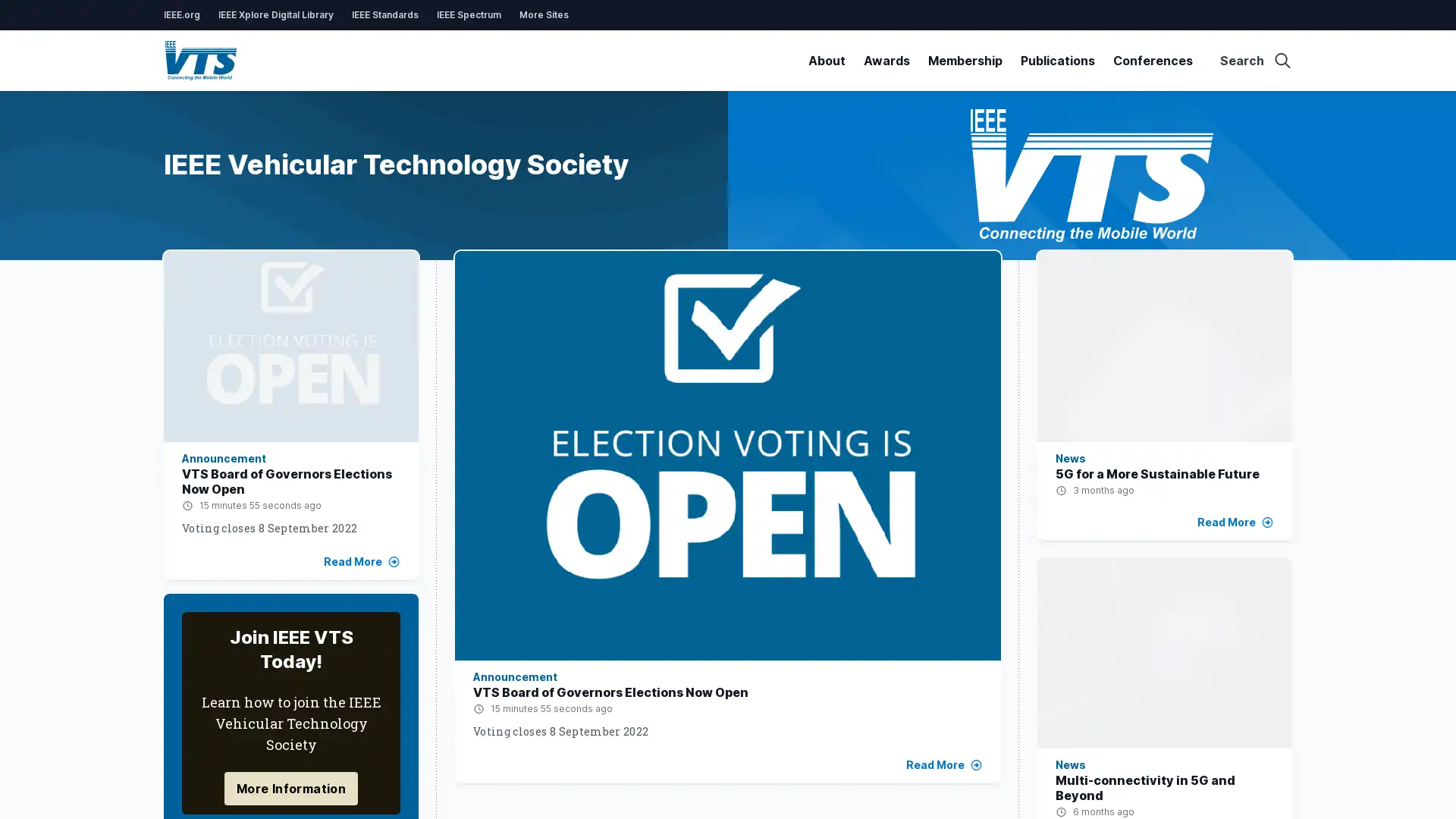  I want to click on Membership, so click(964, 60).